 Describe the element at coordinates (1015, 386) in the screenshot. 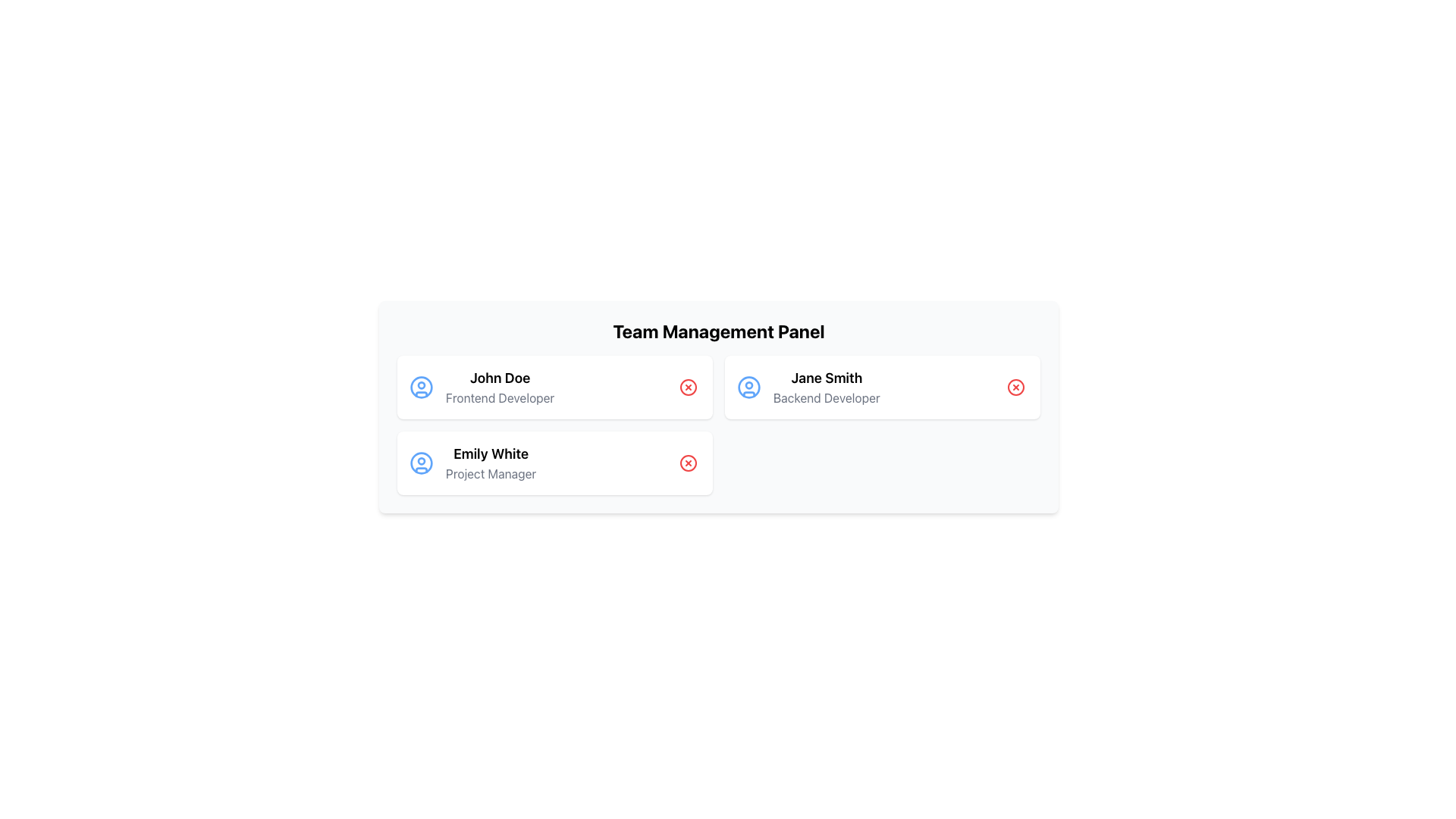

I see `the prominent red circular button with a cross icon to change its background color` at that location.